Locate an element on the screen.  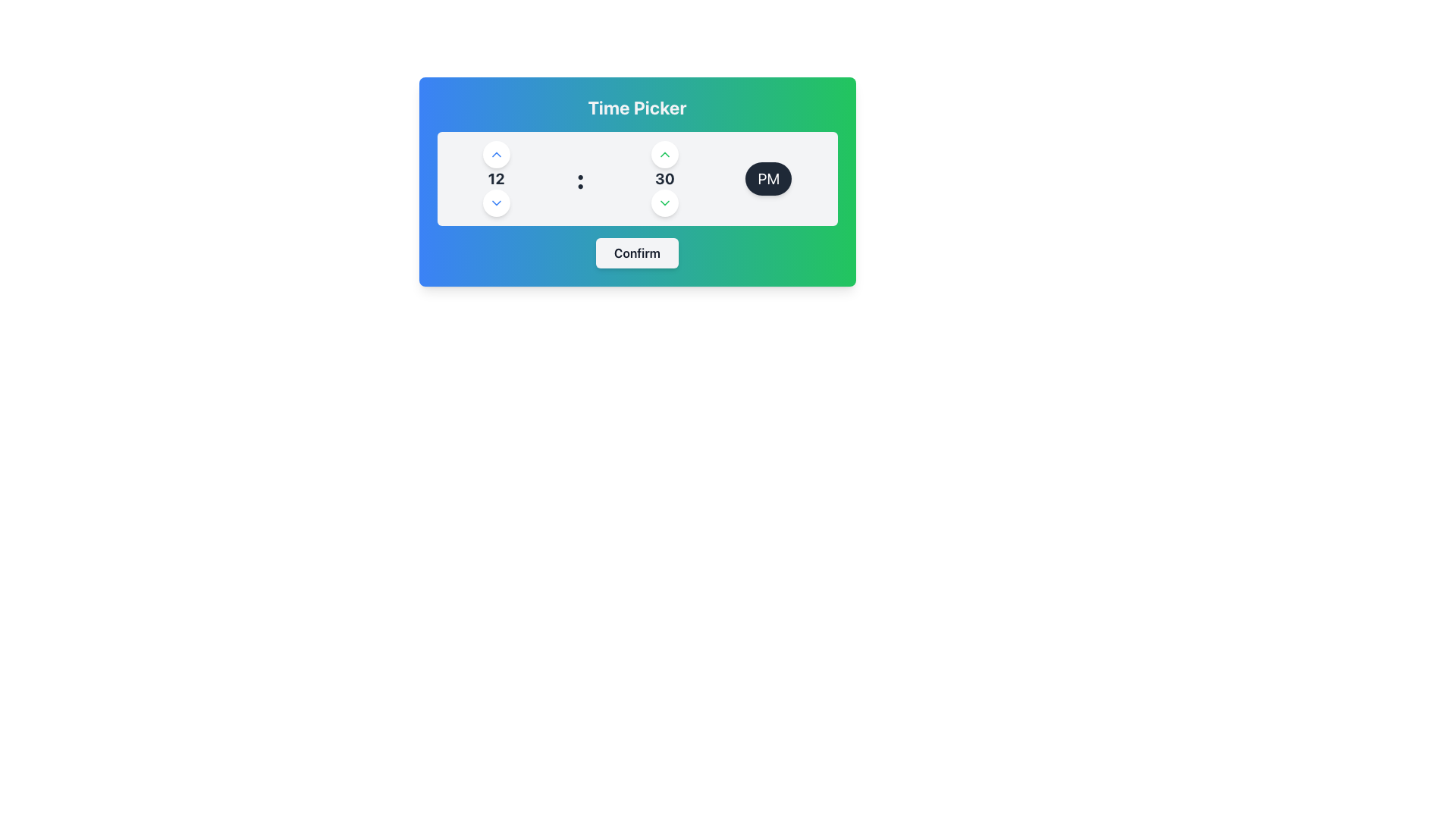
the Time Picker Control, which displays a time format with numeric segments for hours and minutes, and includes up and down arrow buttons for adjustments is located at coordinates (637, 177).